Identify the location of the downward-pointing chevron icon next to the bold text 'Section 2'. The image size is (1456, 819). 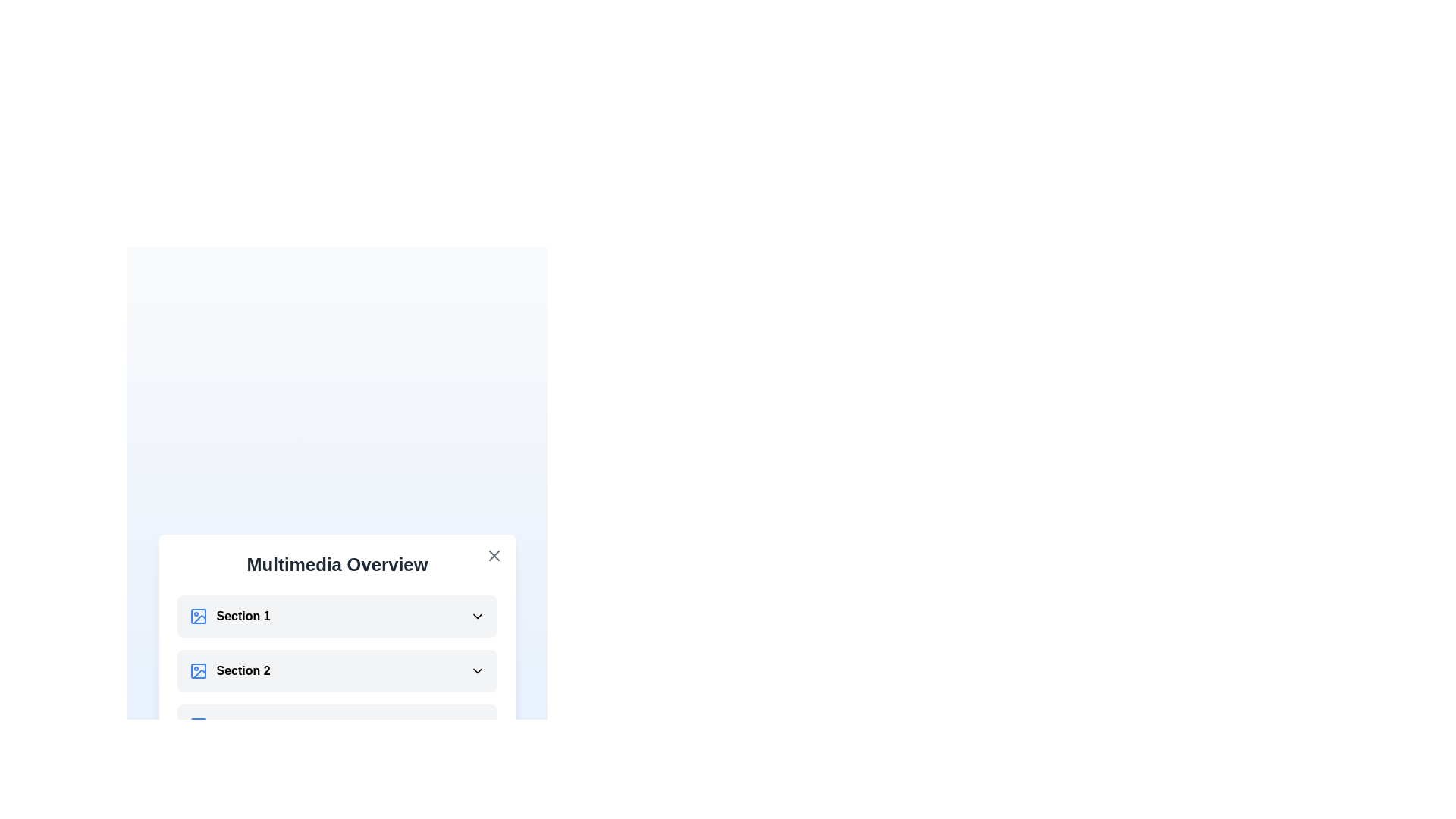
(477, 670).